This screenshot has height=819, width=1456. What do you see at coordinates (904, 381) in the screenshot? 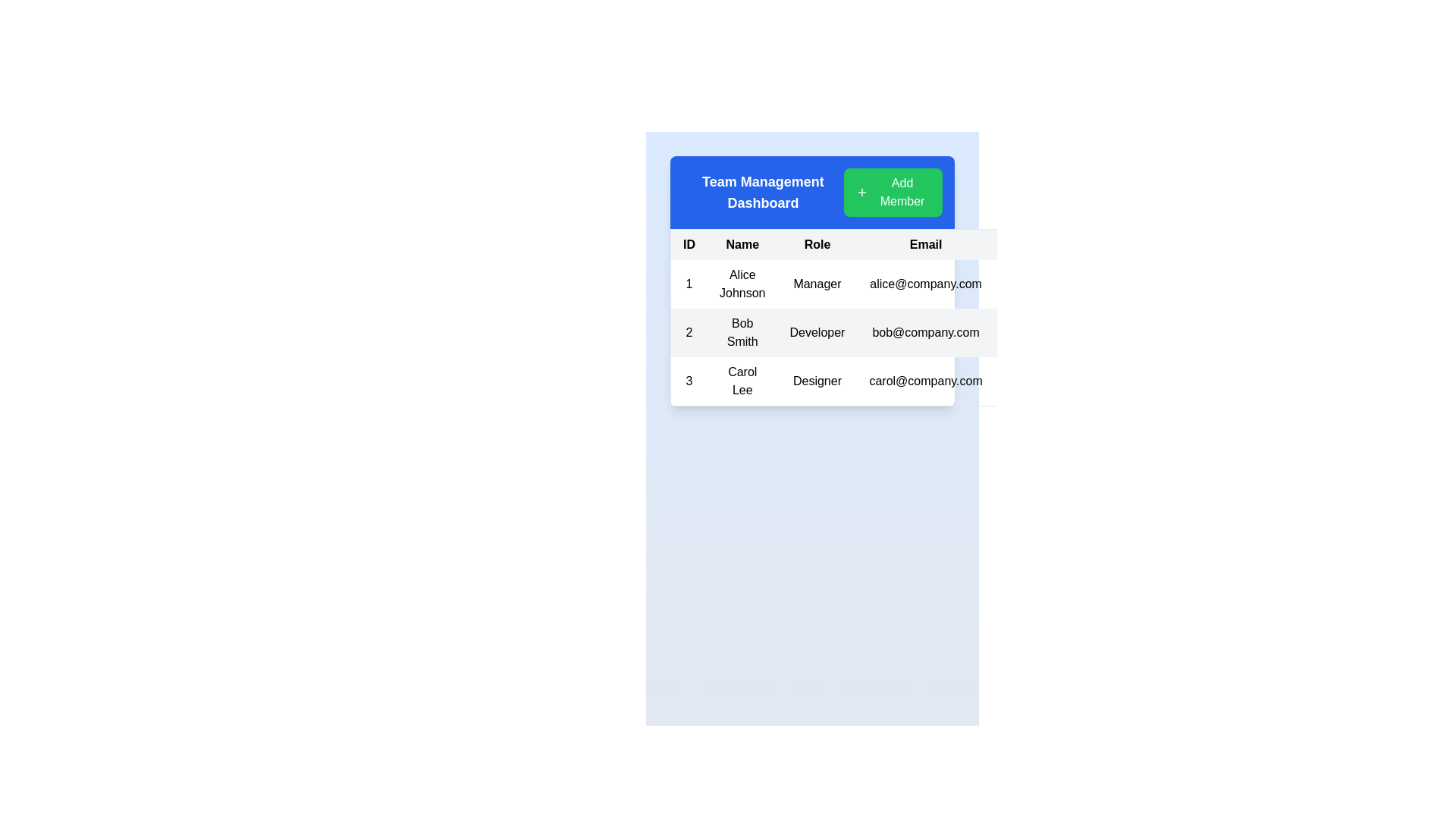
I see `the table row displaying data for 'Carol Lee', which includes their role as Designer, email as carol@company.com, and status 'On Leave' with yellow text color` at bounding box center [904, 381].